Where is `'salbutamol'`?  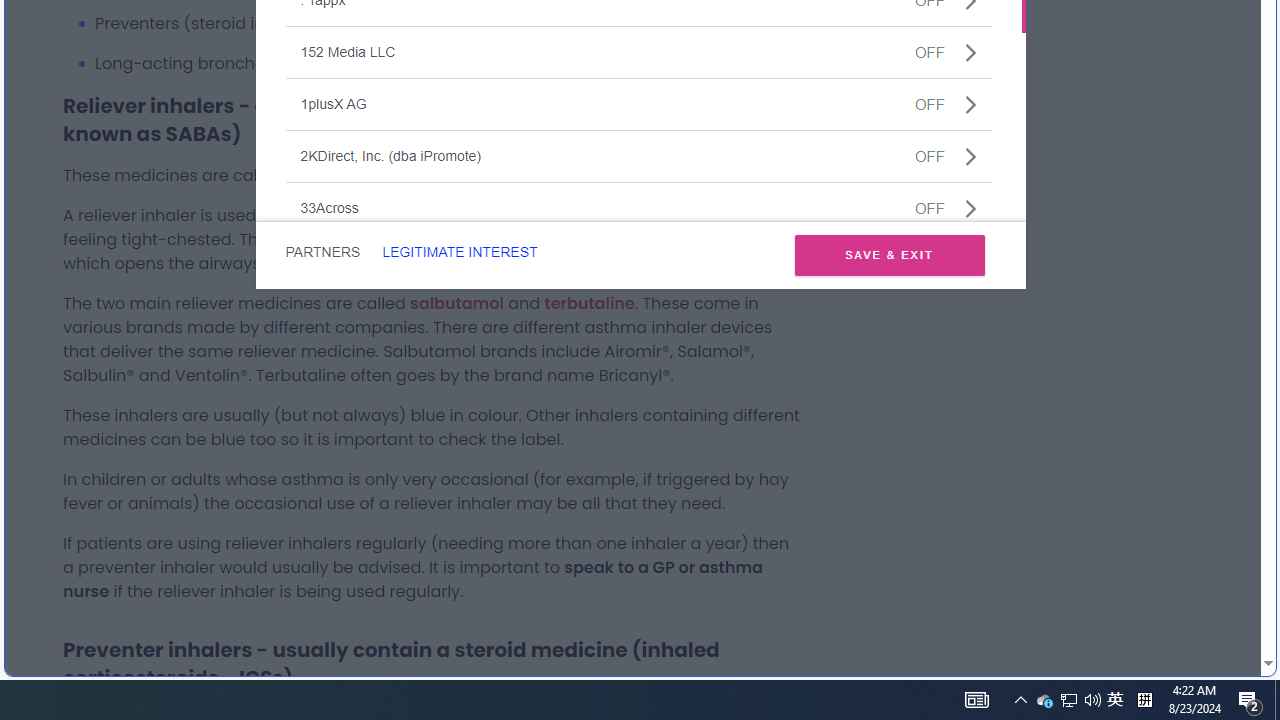
'salbutamol' is located at coordinates (455, 303).